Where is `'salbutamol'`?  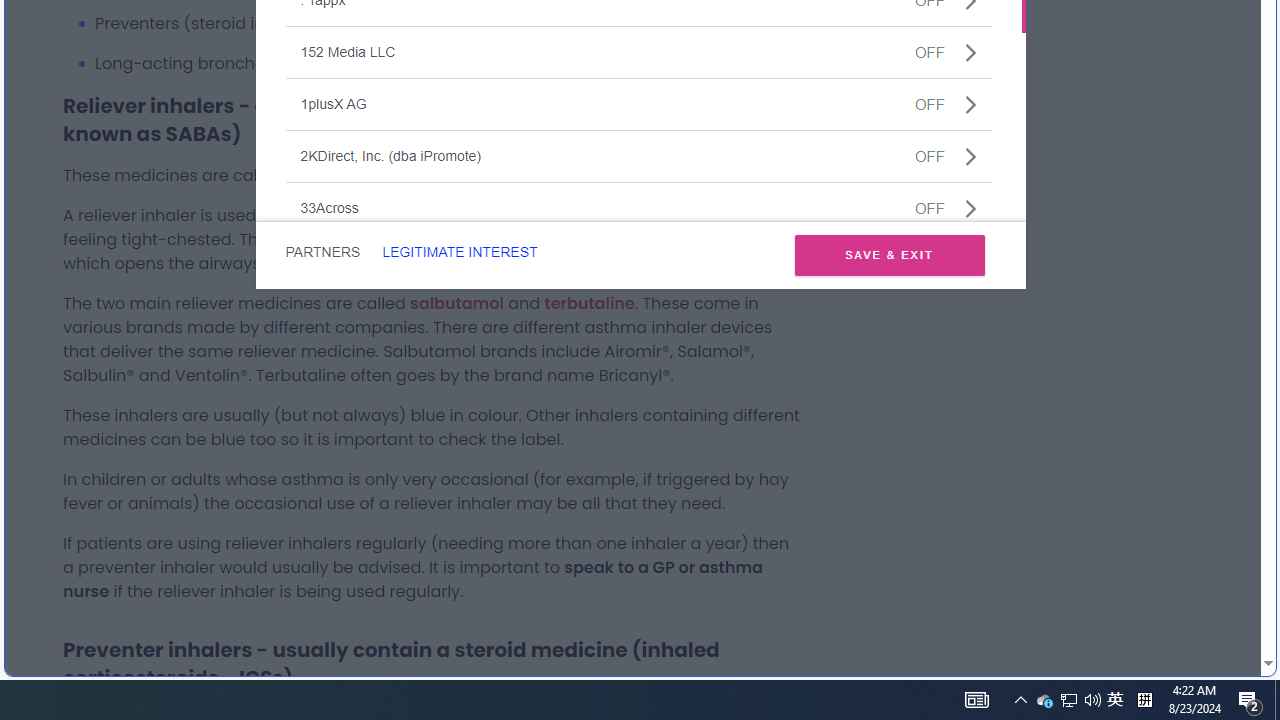
'salbutamol' is located at coordinates (455, 303).